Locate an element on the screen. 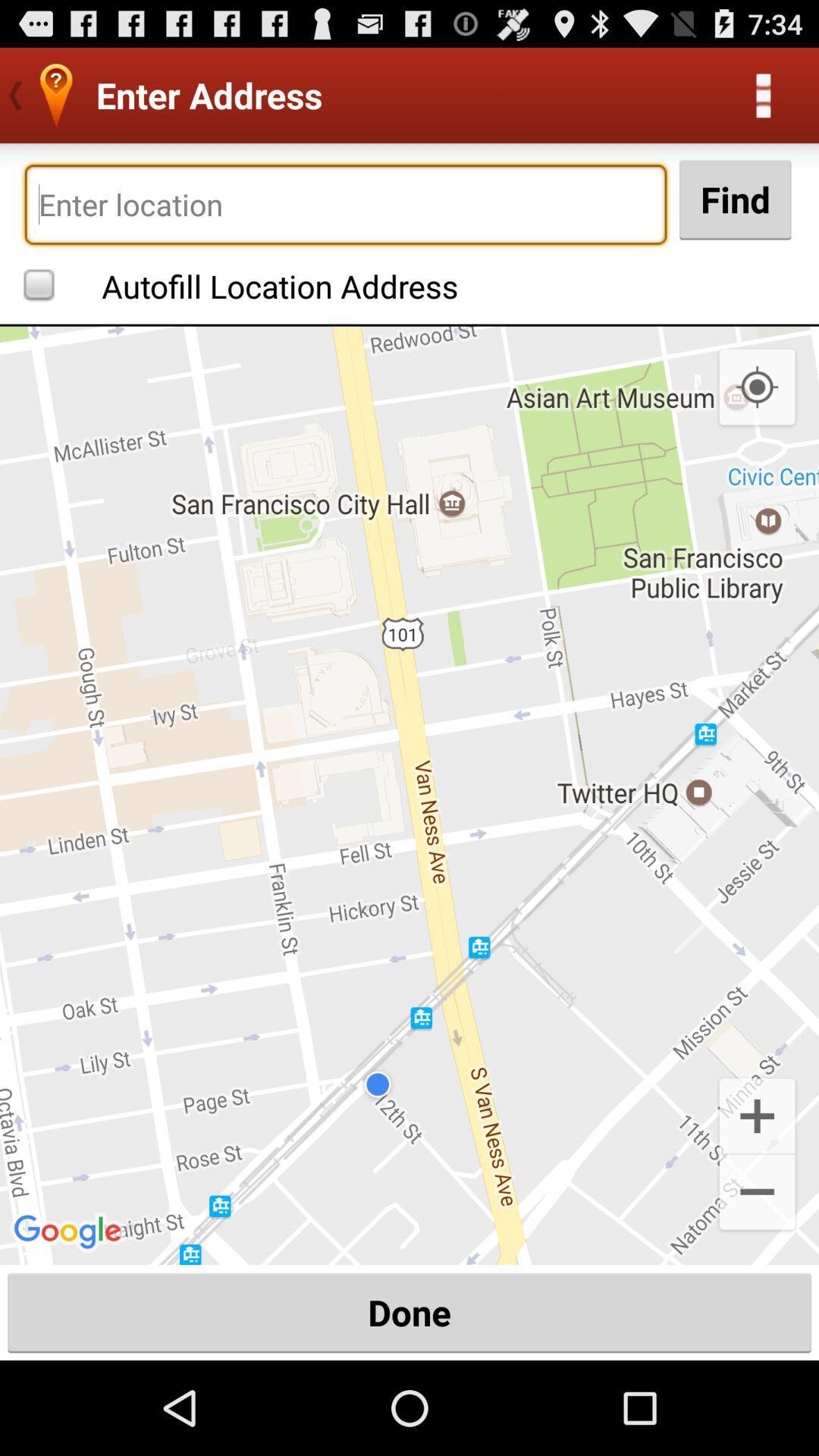 This screenshot has width=819, height=1456. the done is located at coordinates (409, 1312).